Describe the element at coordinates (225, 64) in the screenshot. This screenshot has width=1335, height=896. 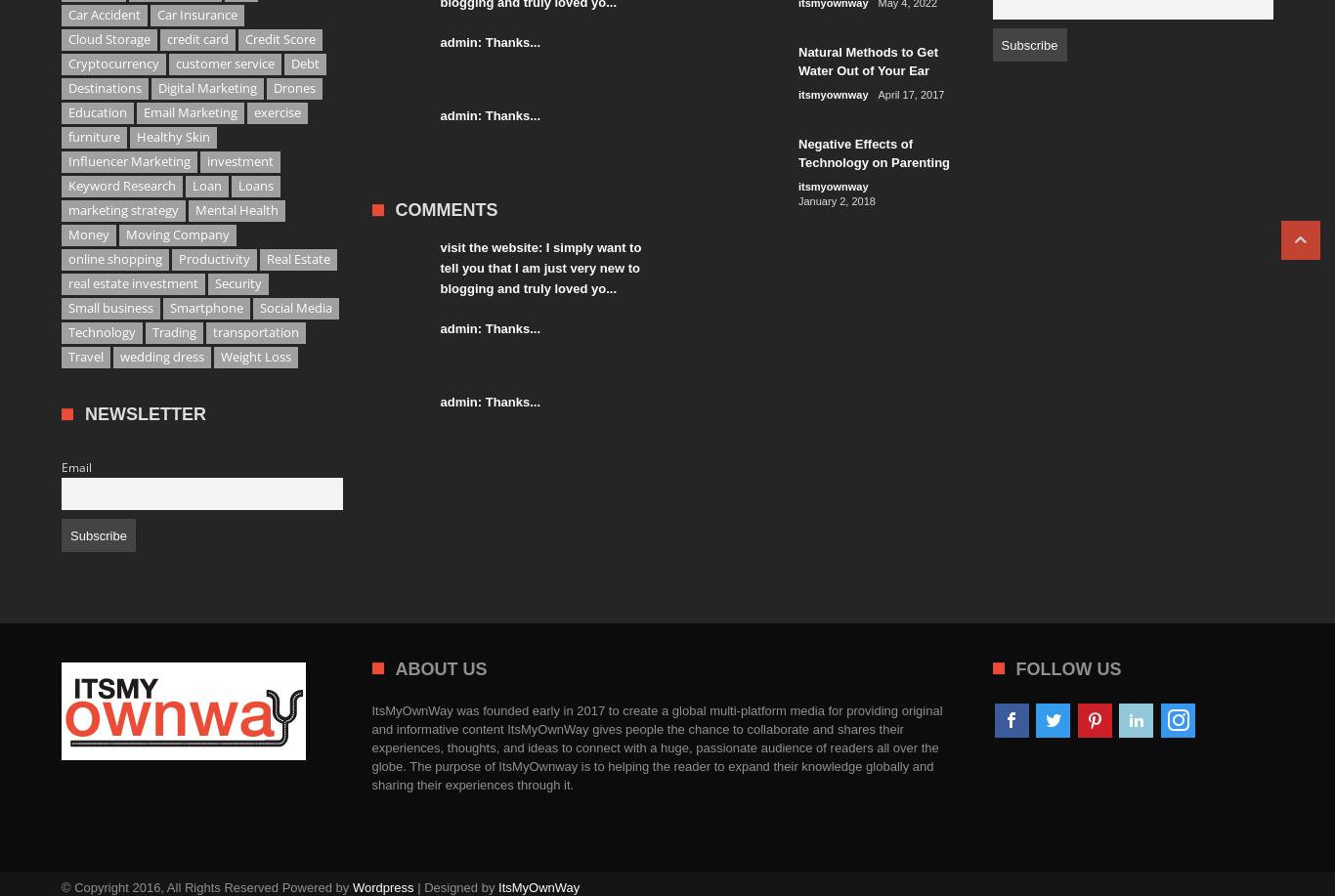
I see `'customer service'` at that location.